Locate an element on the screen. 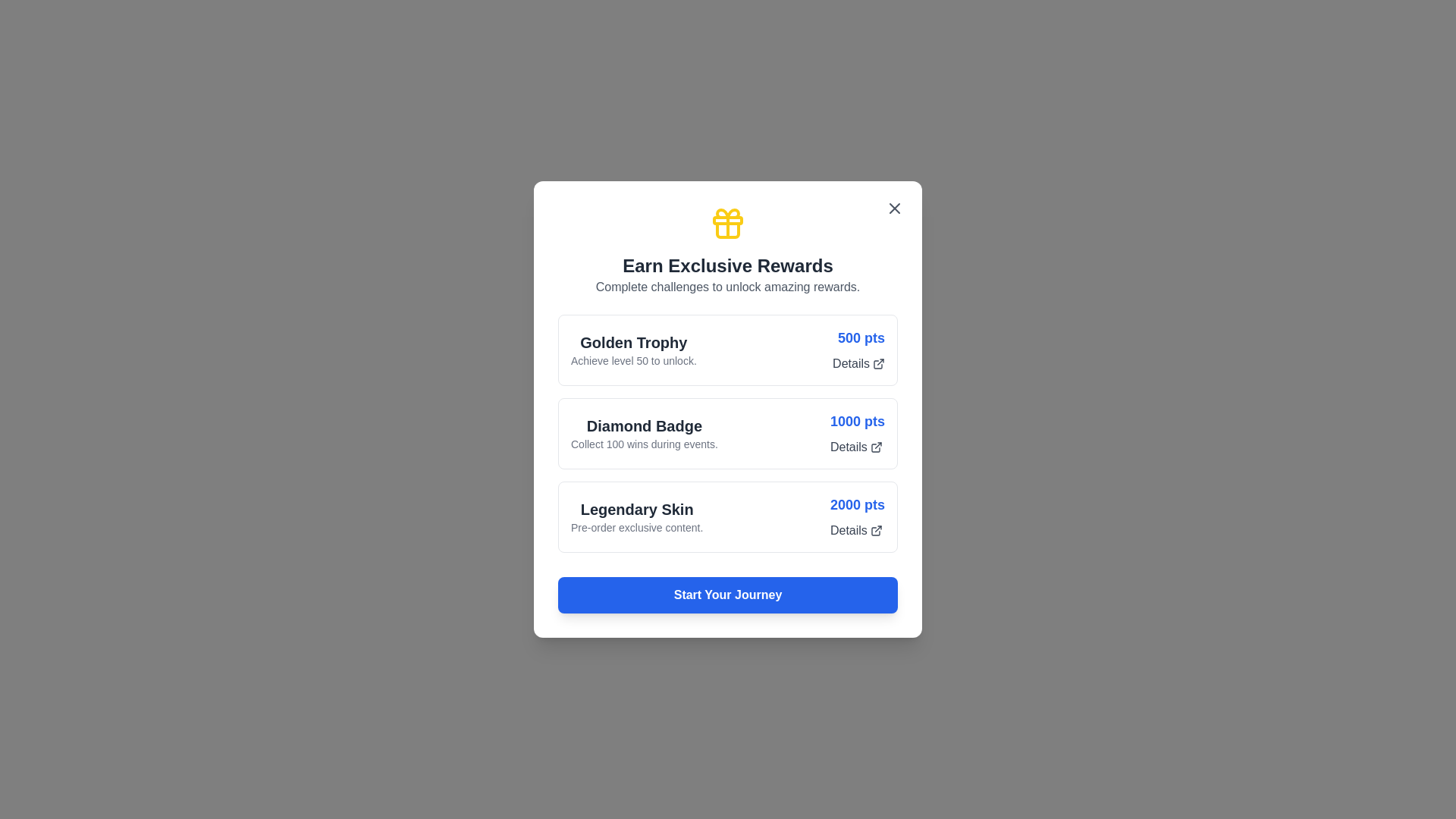 This screenshot has height=819, width=1456. the Label displaying the title 'Diamond Badge' and subtitle 'Collect 100 wins during events.', which is the second item in a vertically stacked list of bordered and rounded rectangles is located at coordinates (644, 433).